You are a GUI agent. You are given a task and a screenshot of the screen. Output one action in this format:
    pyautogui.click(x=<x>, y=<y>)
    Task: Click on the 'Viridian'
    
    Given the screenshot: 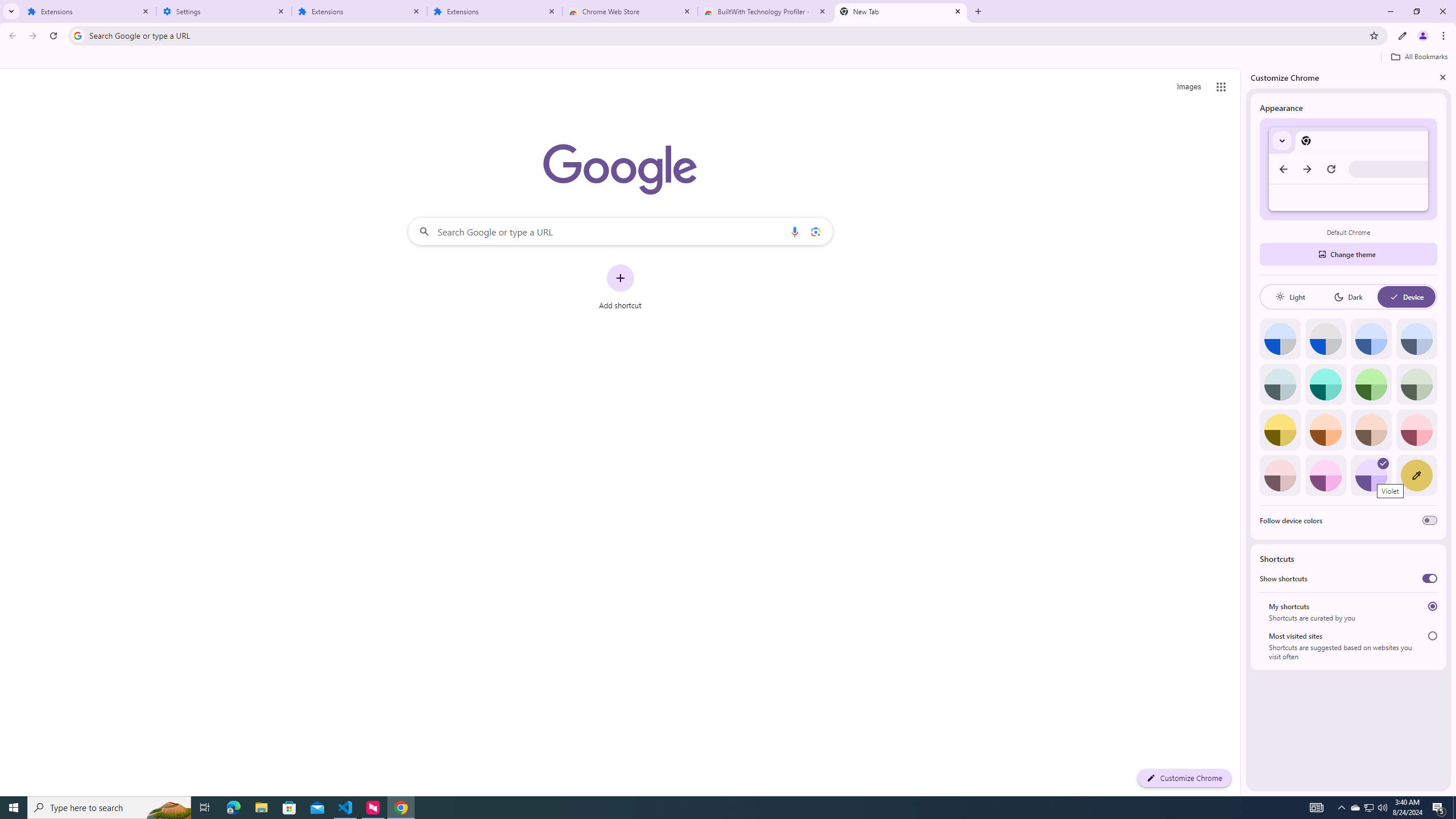 What is the action you would take?
    pyautogui.click(x=1416, y=383)
    